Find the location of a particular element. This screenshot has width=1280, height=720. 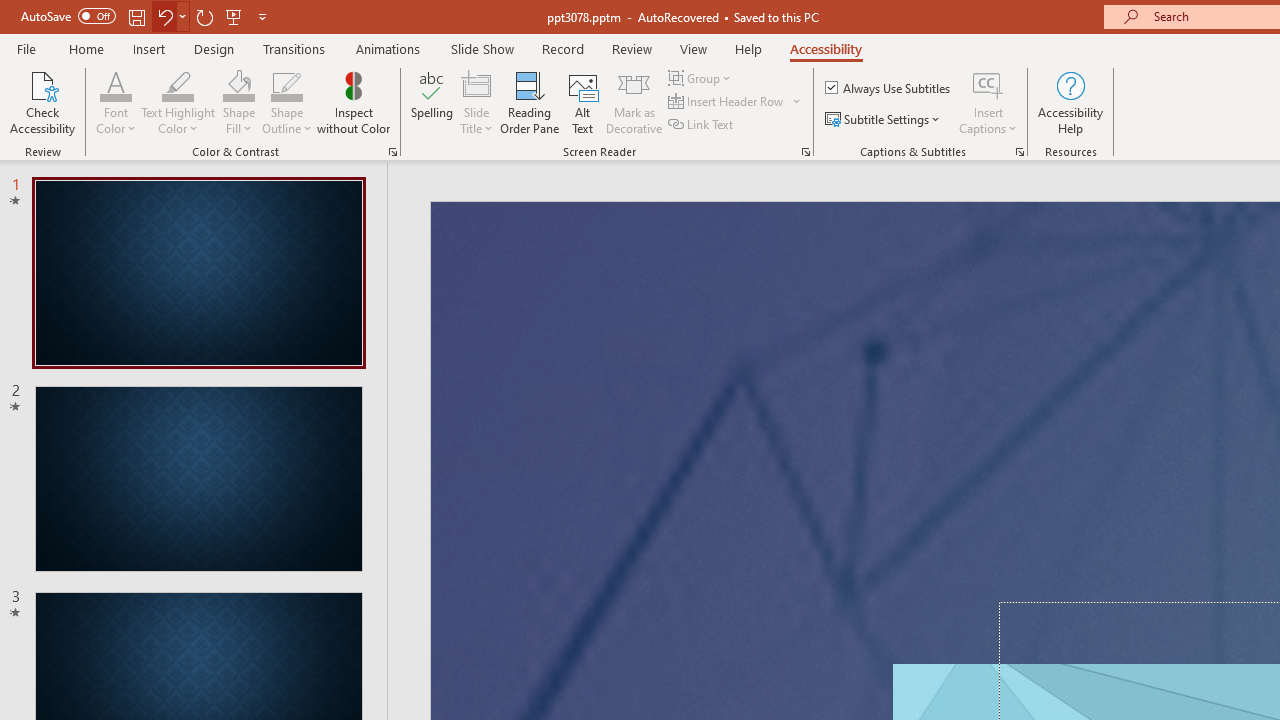

'Captions & Subtitles' is located at coordinates (1020, 150).